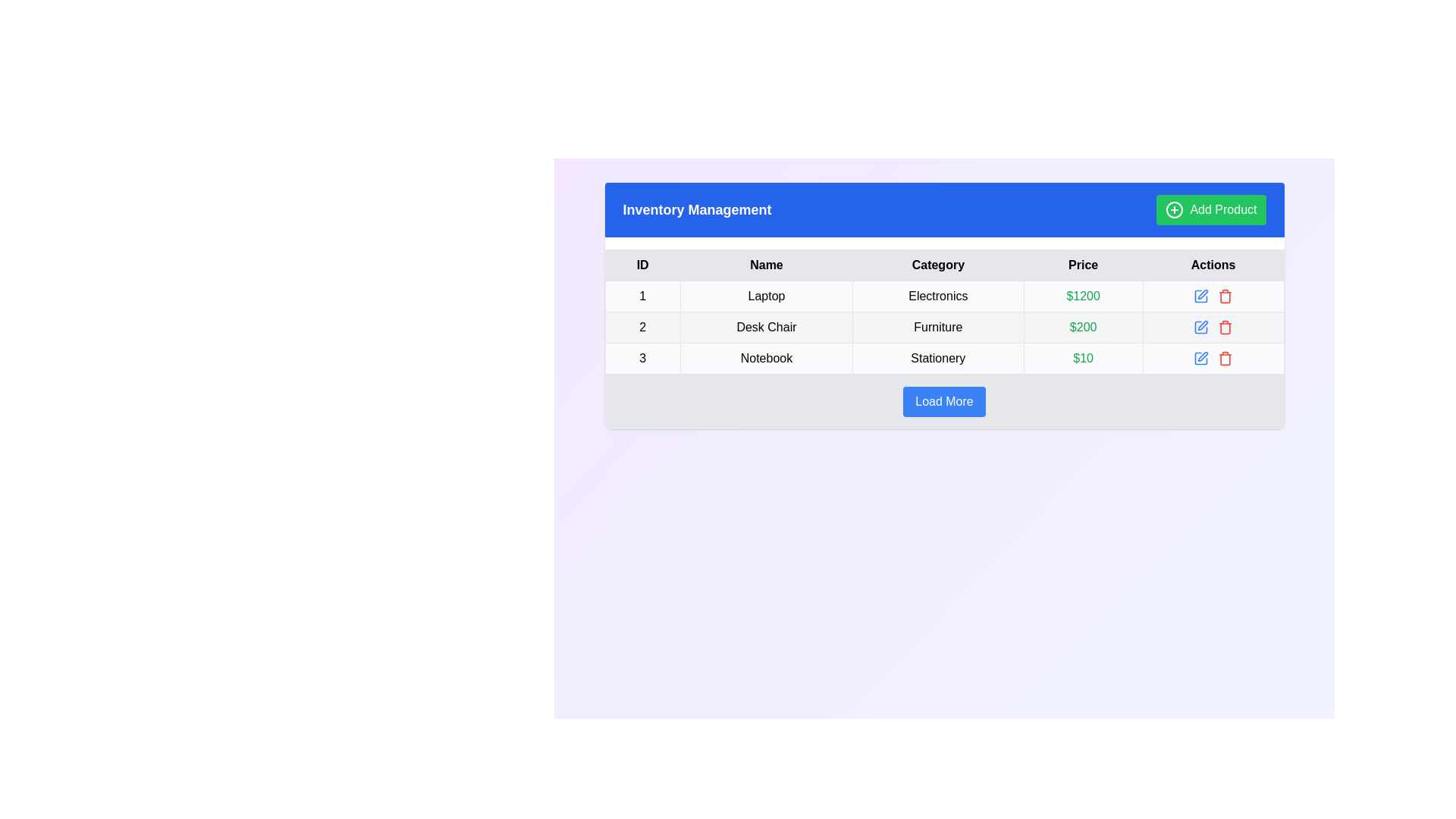 The height and width of the screenshot is (819, 1456). I want to click on the blue-colored pen icon in the Actions cell of the second row to modify the Desk Chair item, so click(1213, 327).